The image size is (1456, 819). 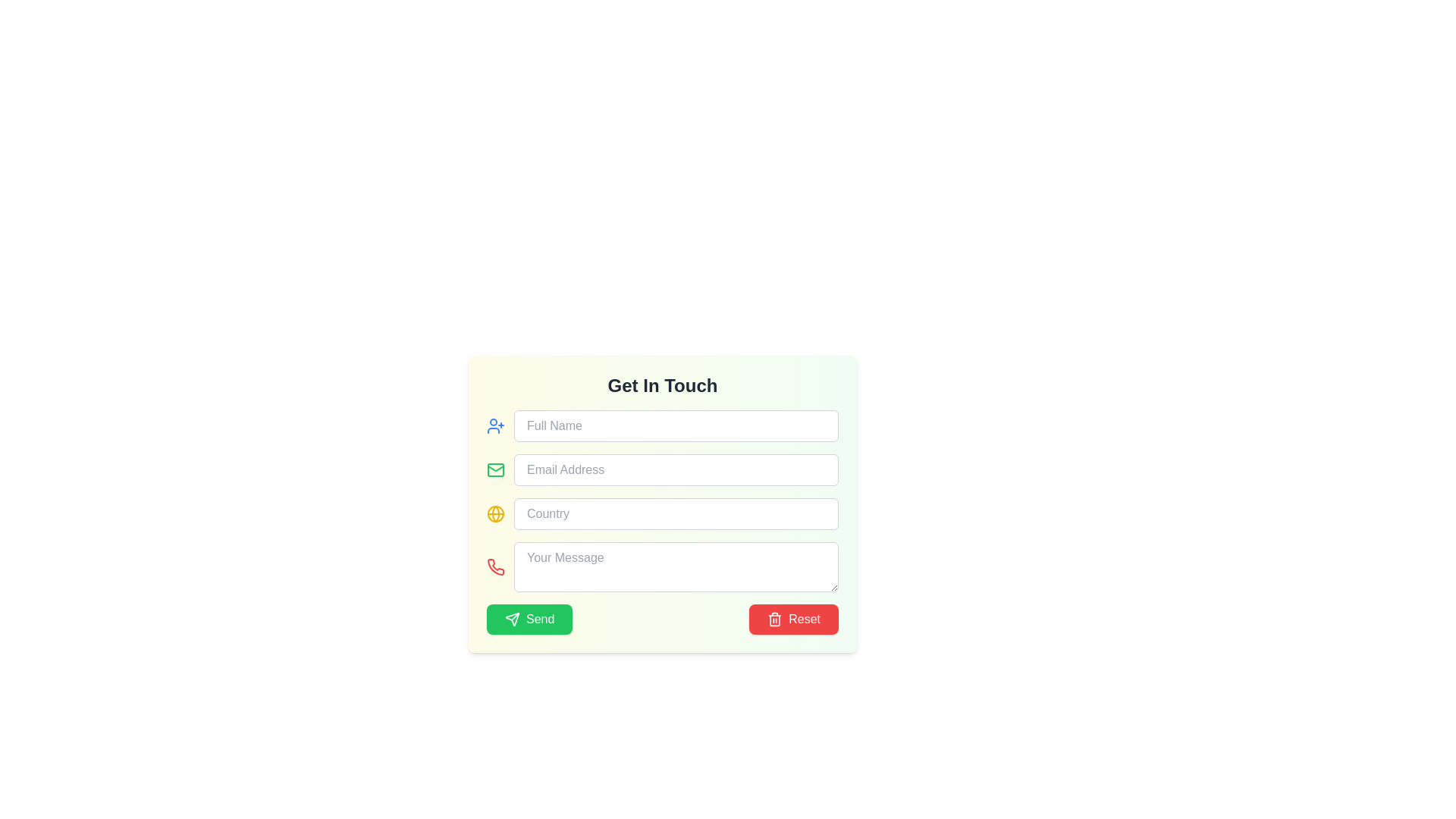 What do you see at coordinates (529, 620) in the screenshot?
I see `the green 'Send' button with white text and icon` at bounding box center [529, 620].